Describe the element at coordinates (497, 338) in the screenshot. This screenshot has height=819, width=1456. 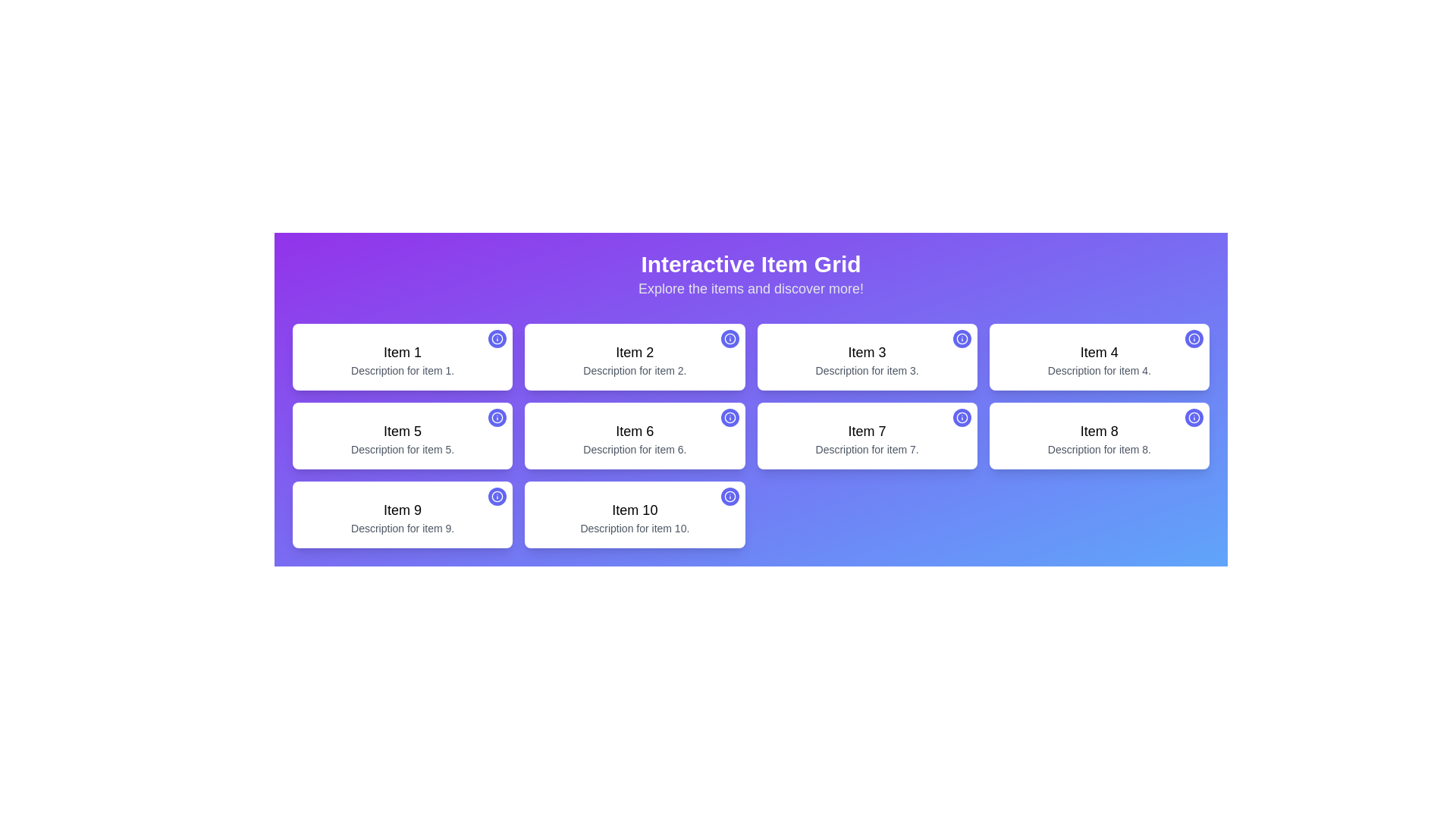
I see `the circular button with a white center and indigo background, located in the top-right corner of the card labeled 'Item 1'` at that location.